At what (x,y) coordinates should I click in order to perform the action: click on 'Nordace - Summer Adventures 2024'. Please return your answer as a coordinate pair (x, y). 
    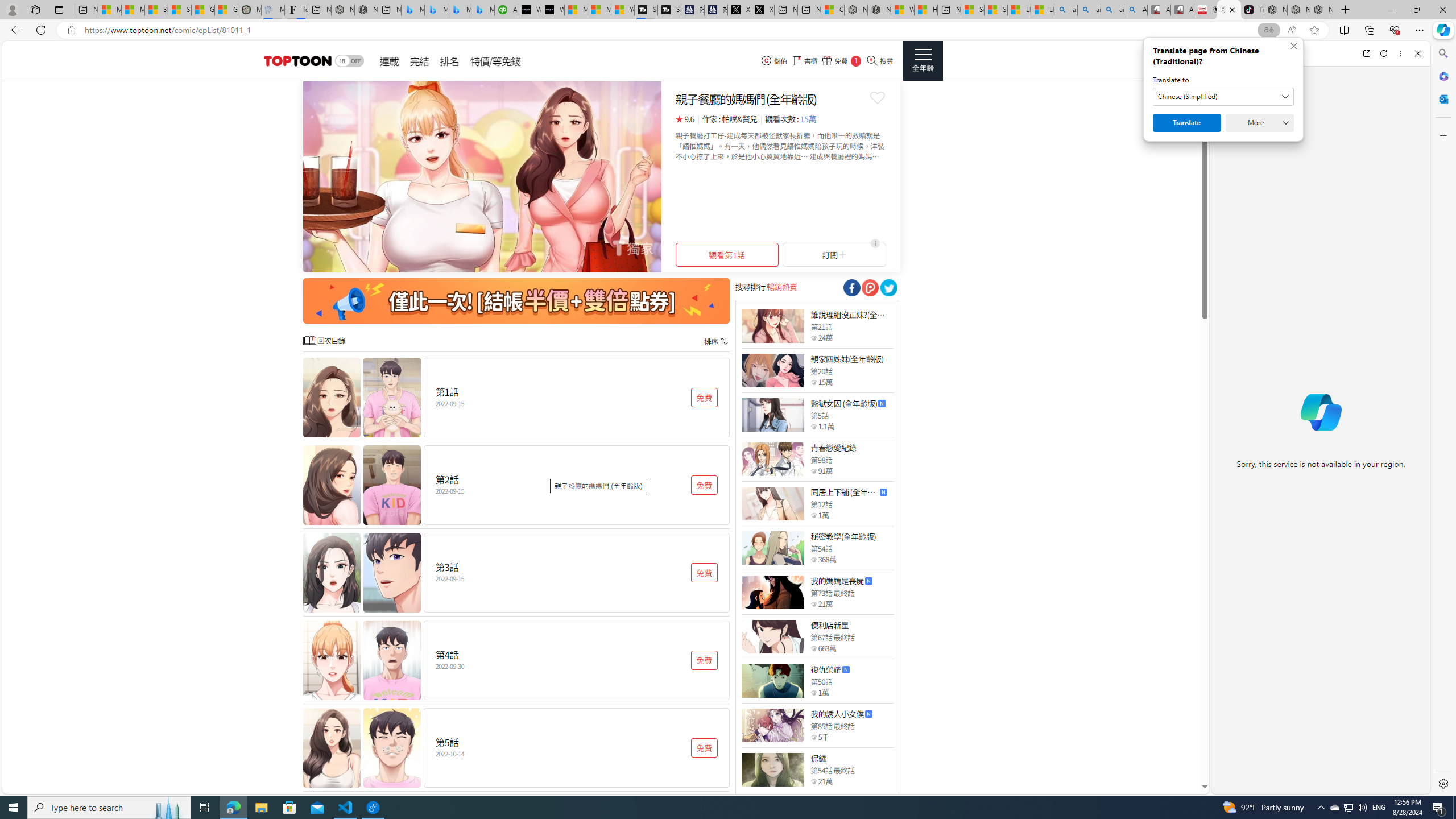
    Looking at the image, I should click on (879, 9).